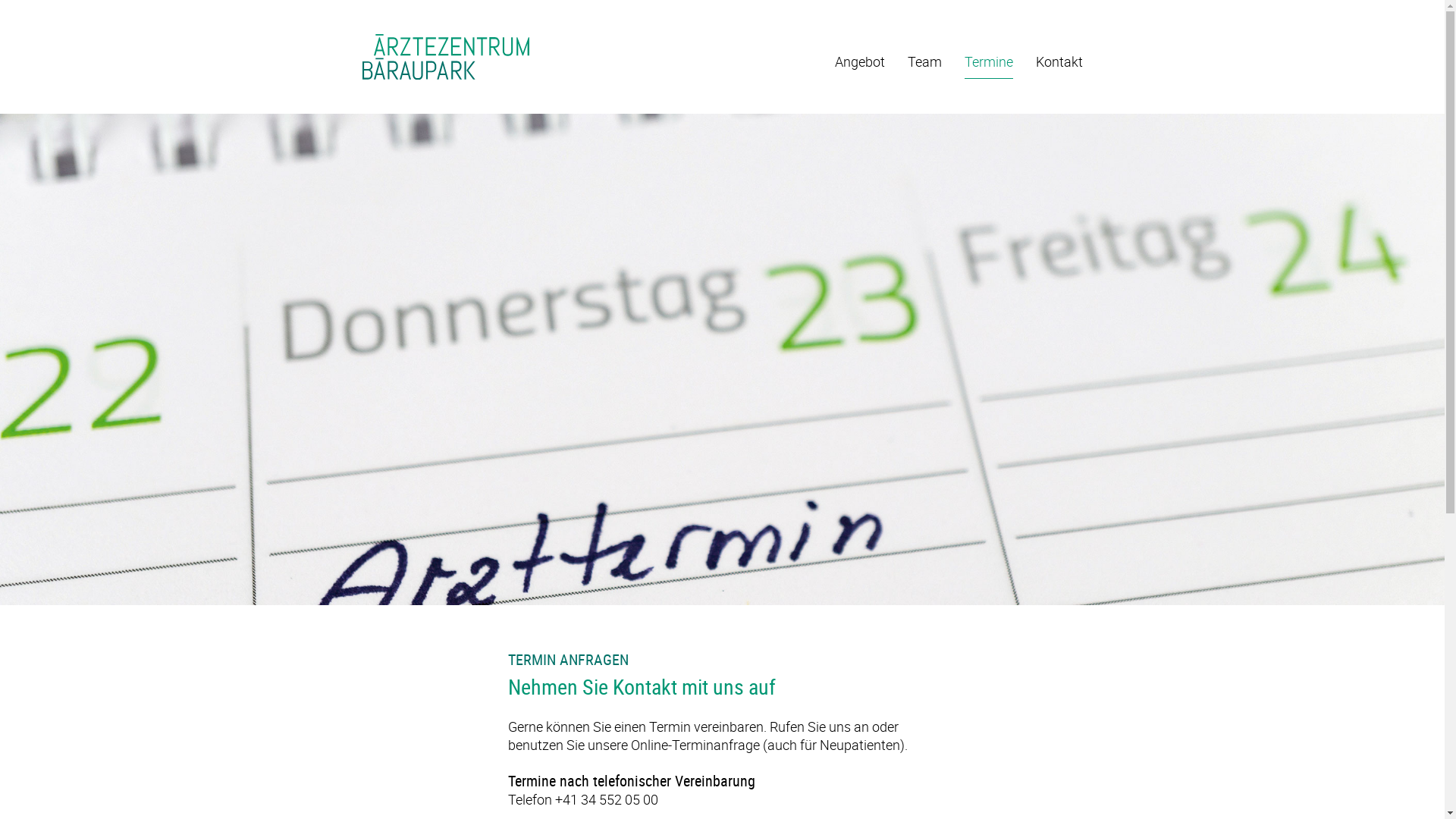  What do you see at coordinates (923, 64) in the screenshot?
I see `'Team'` at bounding box center [923, 64].